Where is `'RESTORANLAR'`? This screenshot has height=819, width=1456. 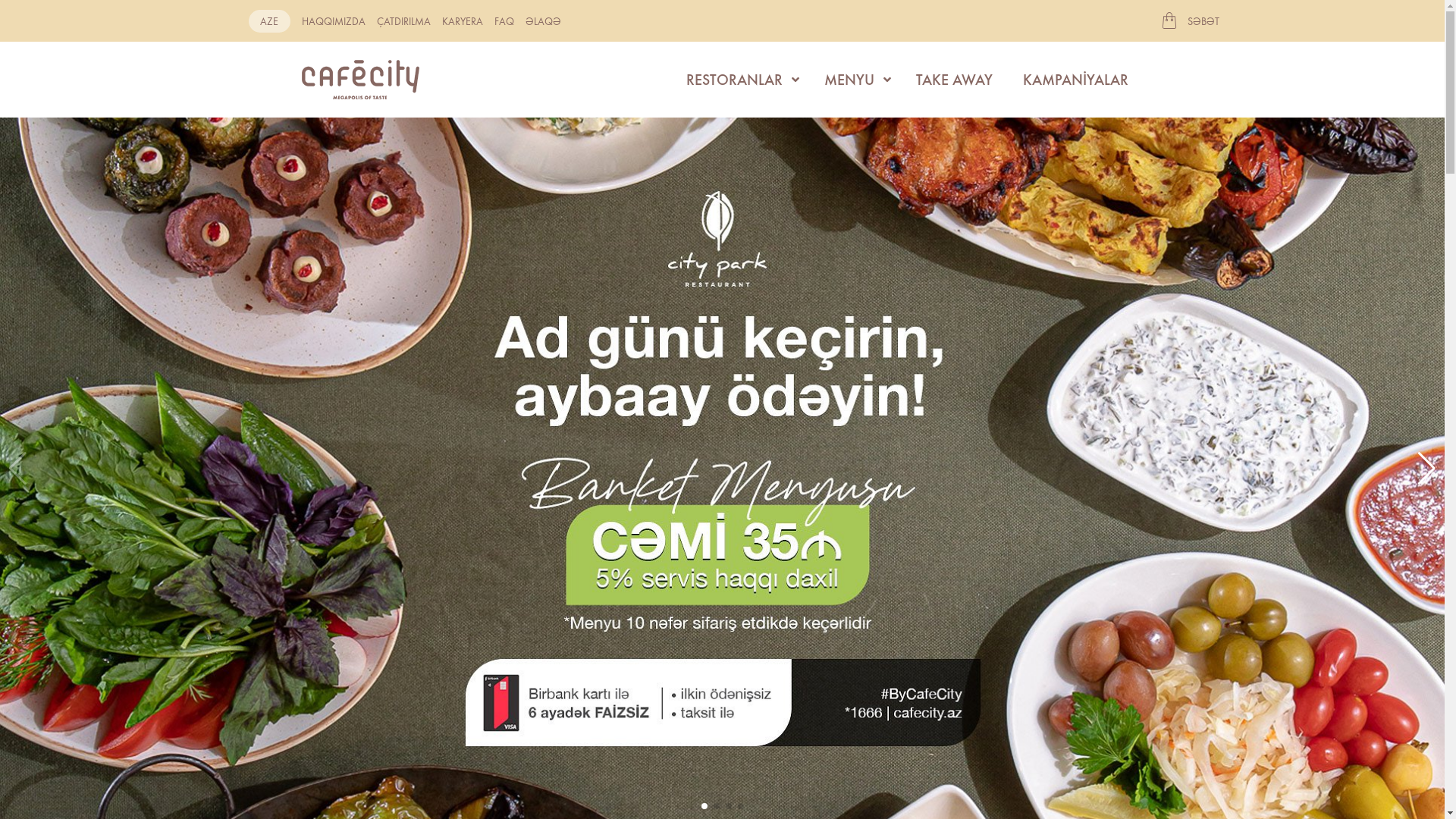
'RESTORANLAR' is located at coordinates (739, 79).